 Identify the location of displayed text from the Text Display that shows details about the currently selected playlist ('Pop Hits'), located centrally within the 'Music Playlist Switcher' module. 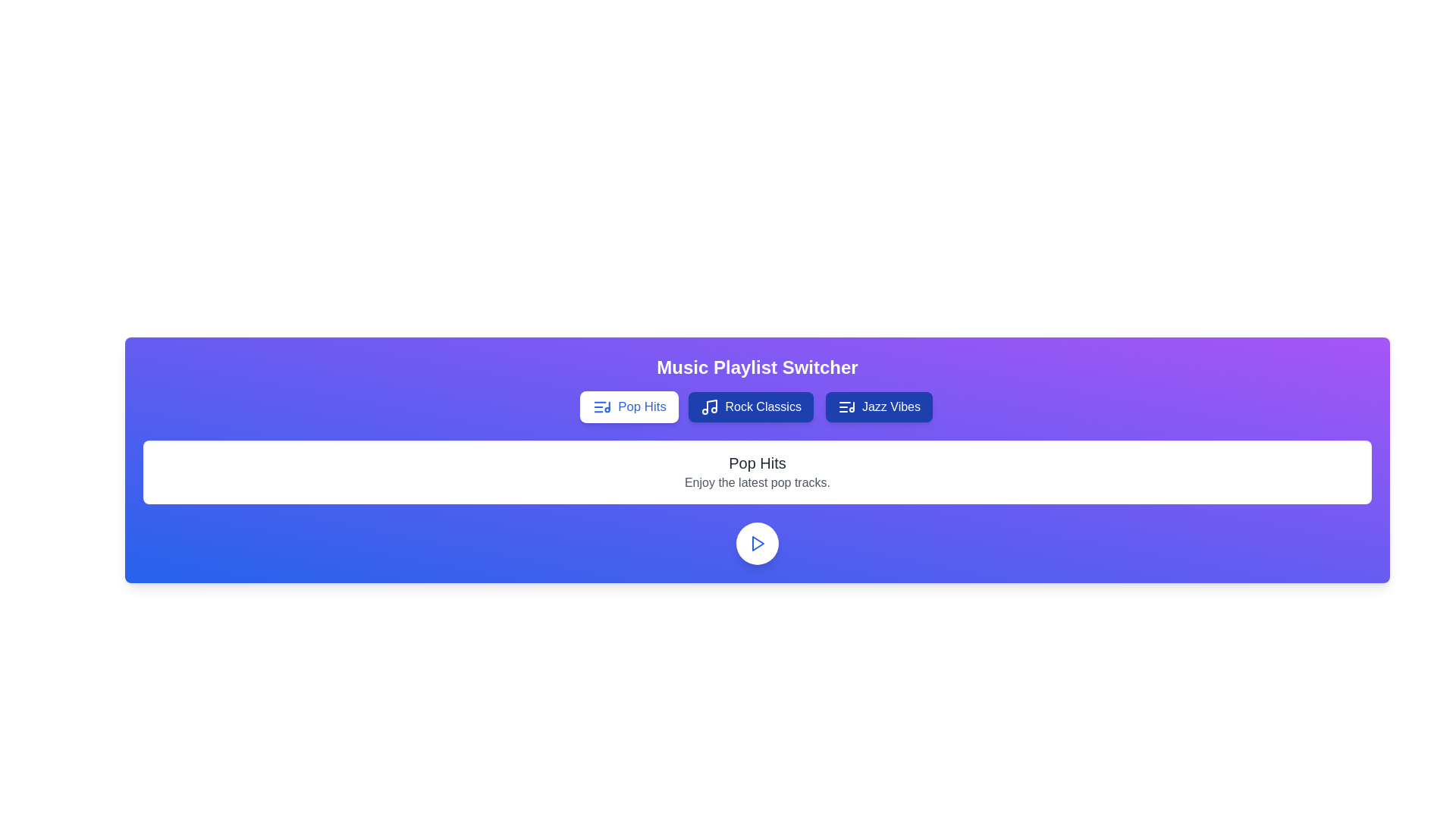
(757, 472).